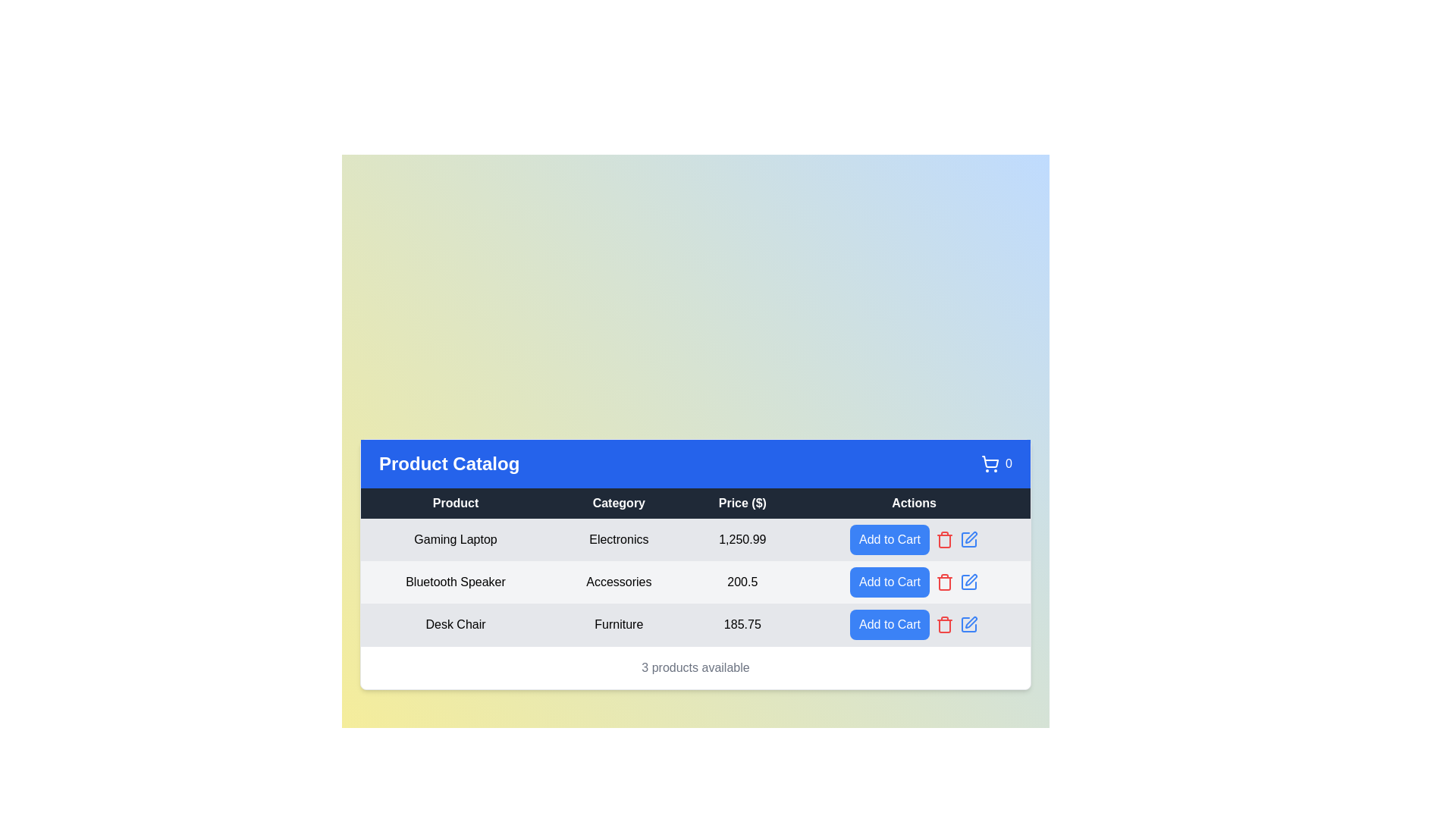 The width and height of the screenshot is (1456, 819). I want to click on the edit icon resembling a folded paper located in the 'Actions' column of the product table for the 'Gaming Laptop', so click(968, 538).